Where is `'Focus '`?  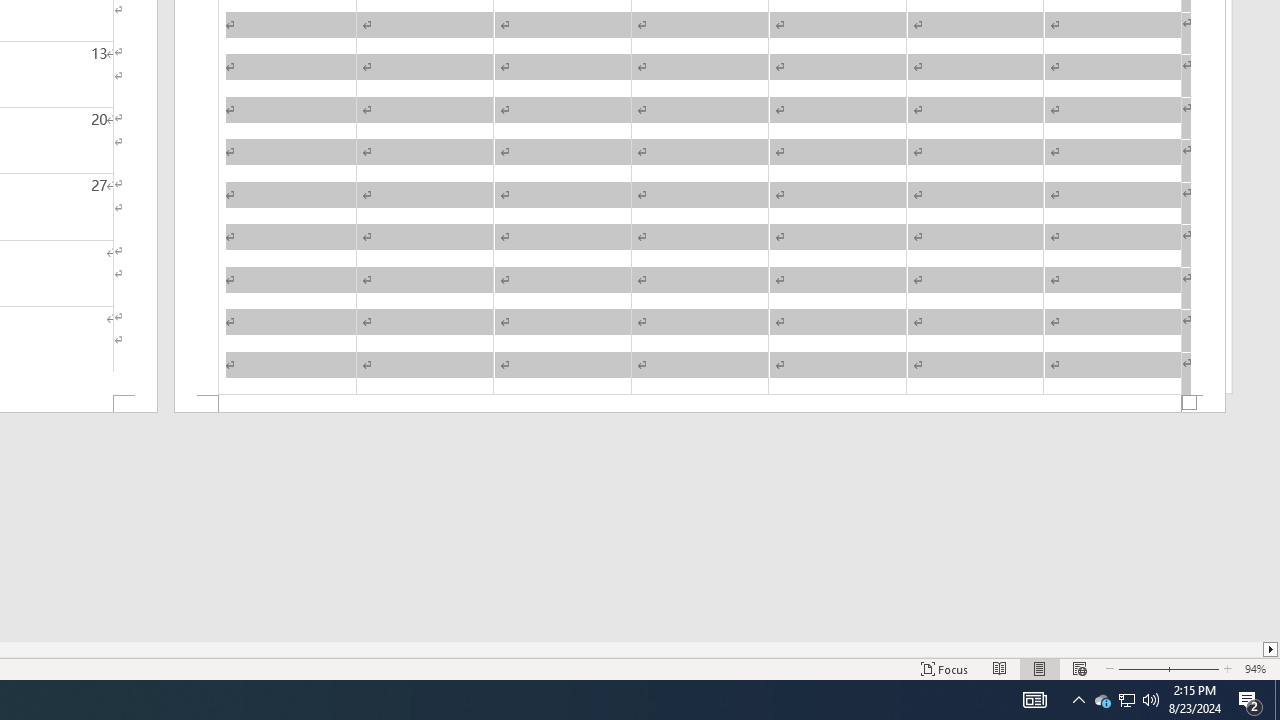
'Focus ' is located at coordinates (943, 669).